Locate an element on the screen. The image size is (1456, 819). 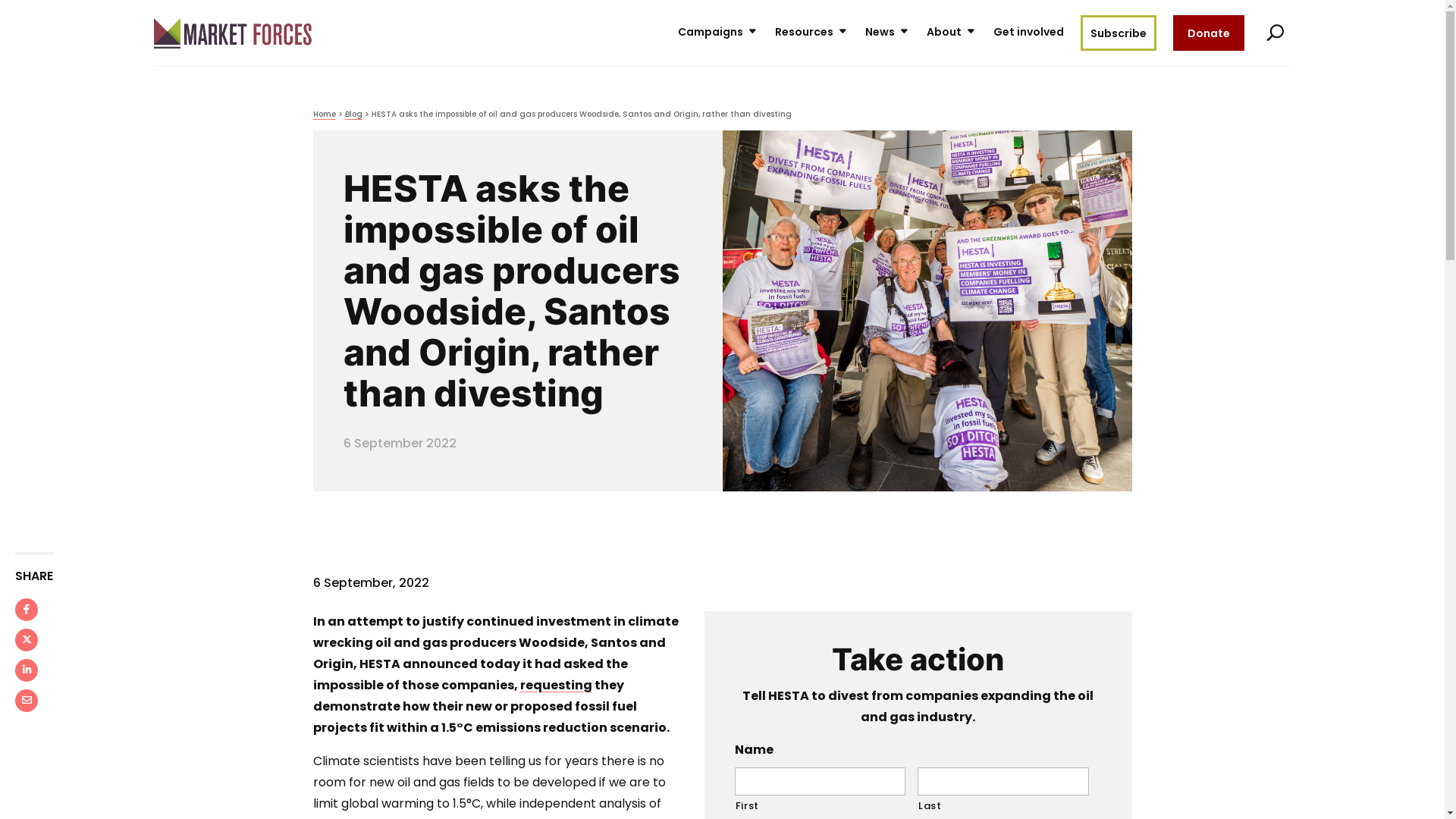
'Resources' is located at coordinates (811, 33).